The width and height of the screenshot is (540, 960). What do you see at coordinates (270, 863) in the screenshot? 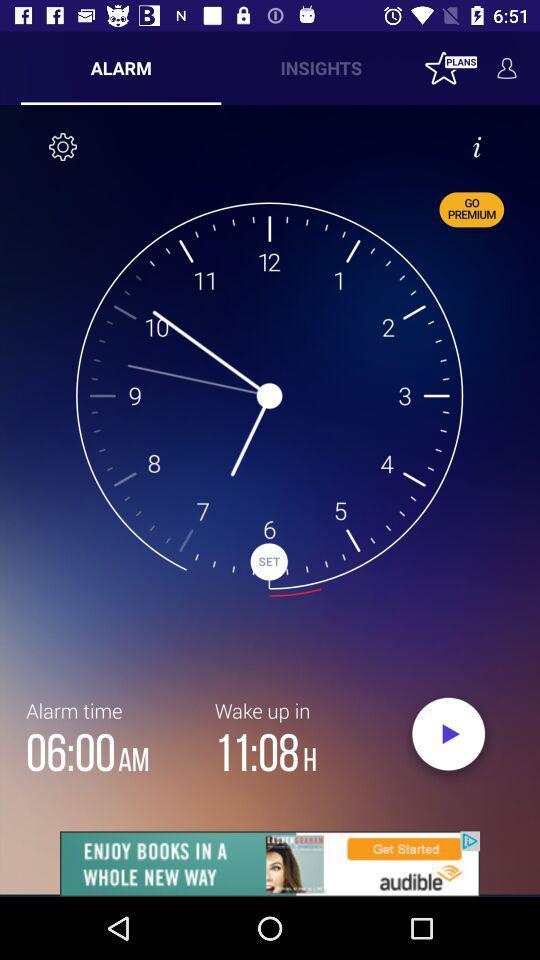
I see `book advertisement` at bounding box center [270, 863].